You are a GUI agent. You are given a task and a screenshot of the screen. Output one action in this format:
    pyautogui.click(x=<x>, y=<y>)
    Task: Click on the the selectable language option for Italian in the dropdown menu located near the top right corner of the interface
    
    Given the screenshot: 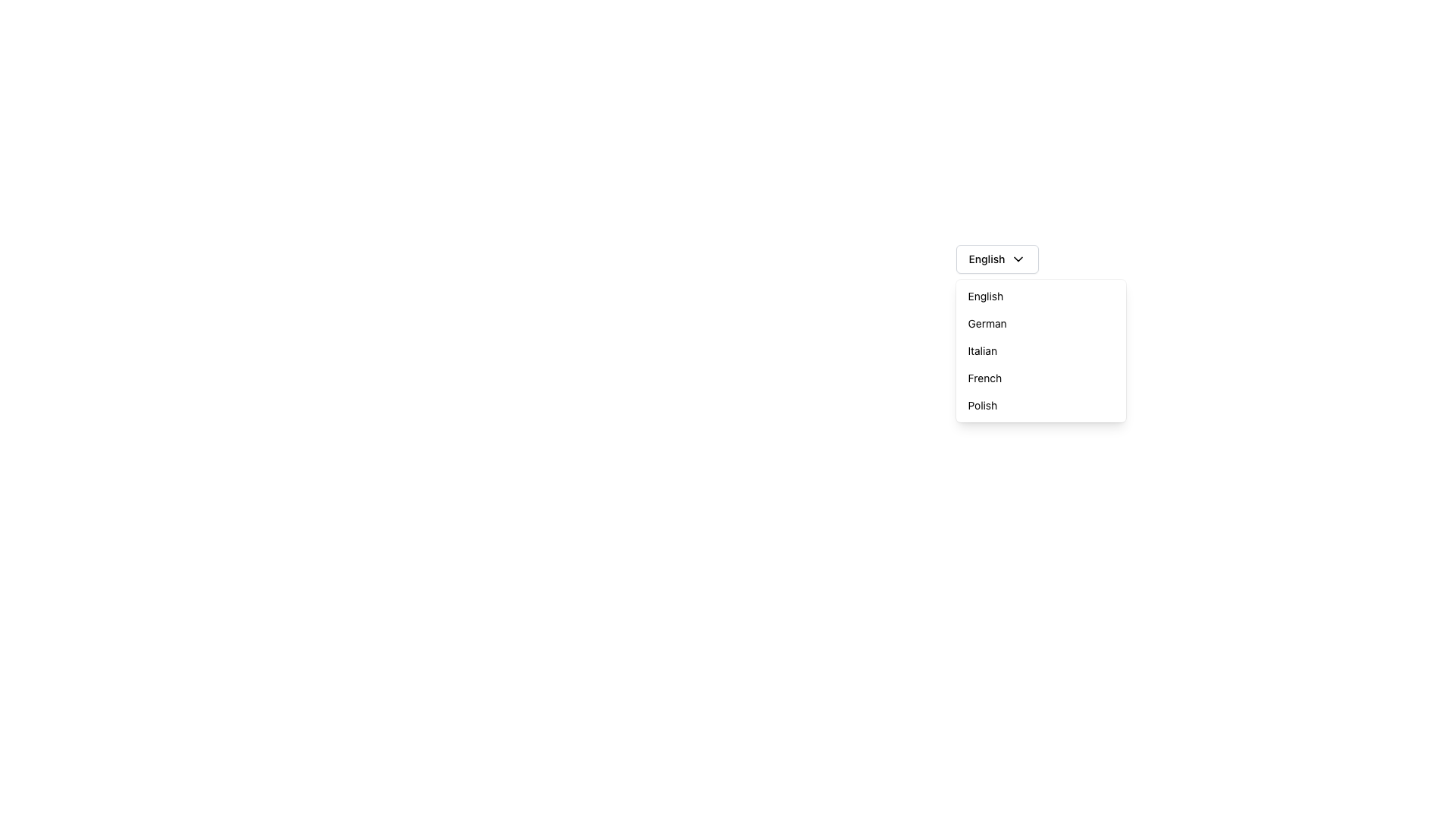 What is the action you would take?
    pyautogui.click(x=1040, y=350)
    